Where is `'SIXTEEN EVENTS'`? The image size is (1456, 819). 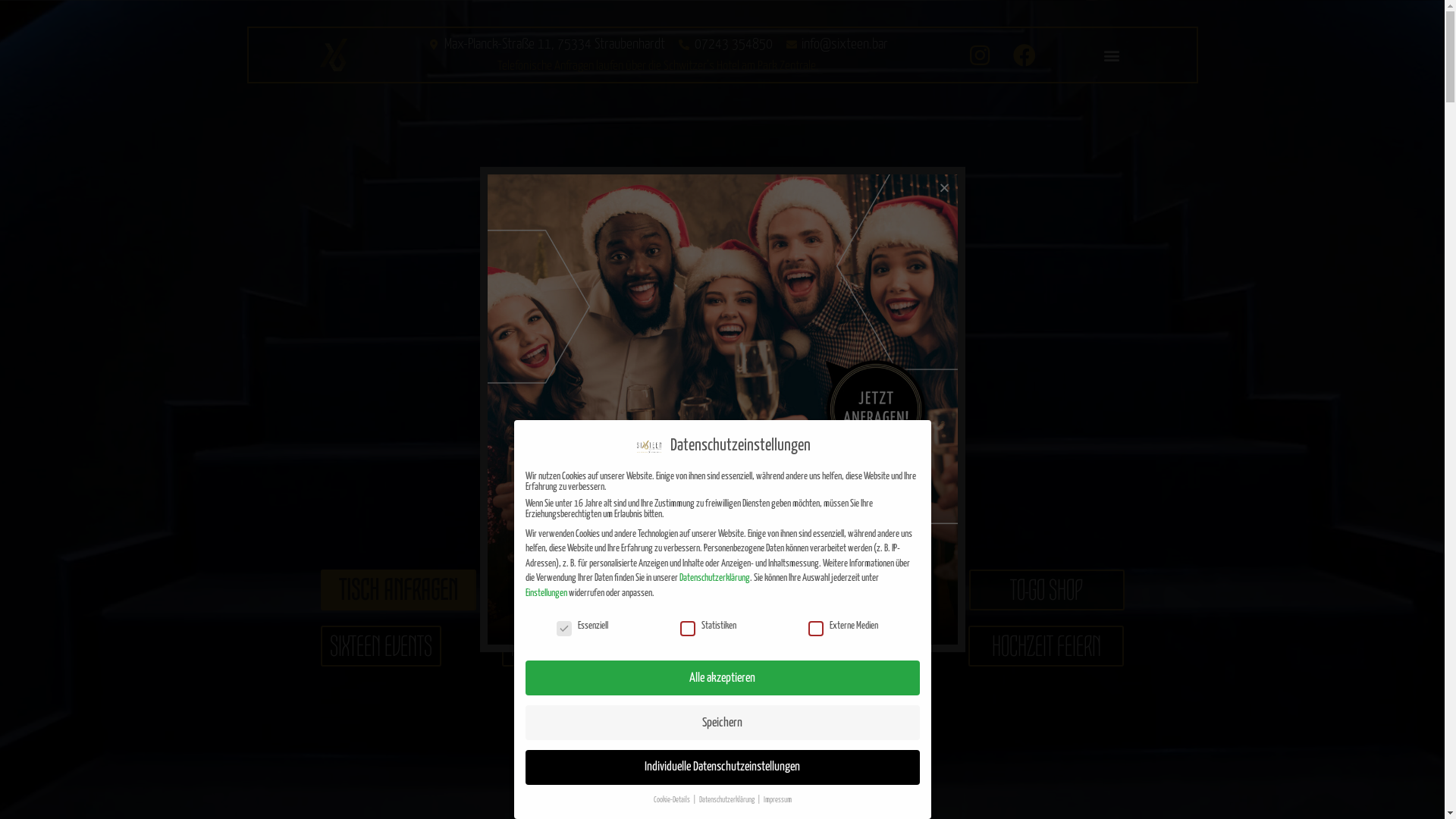 'SIXTEEN EVENTS' is located at coordinates (319, 646).